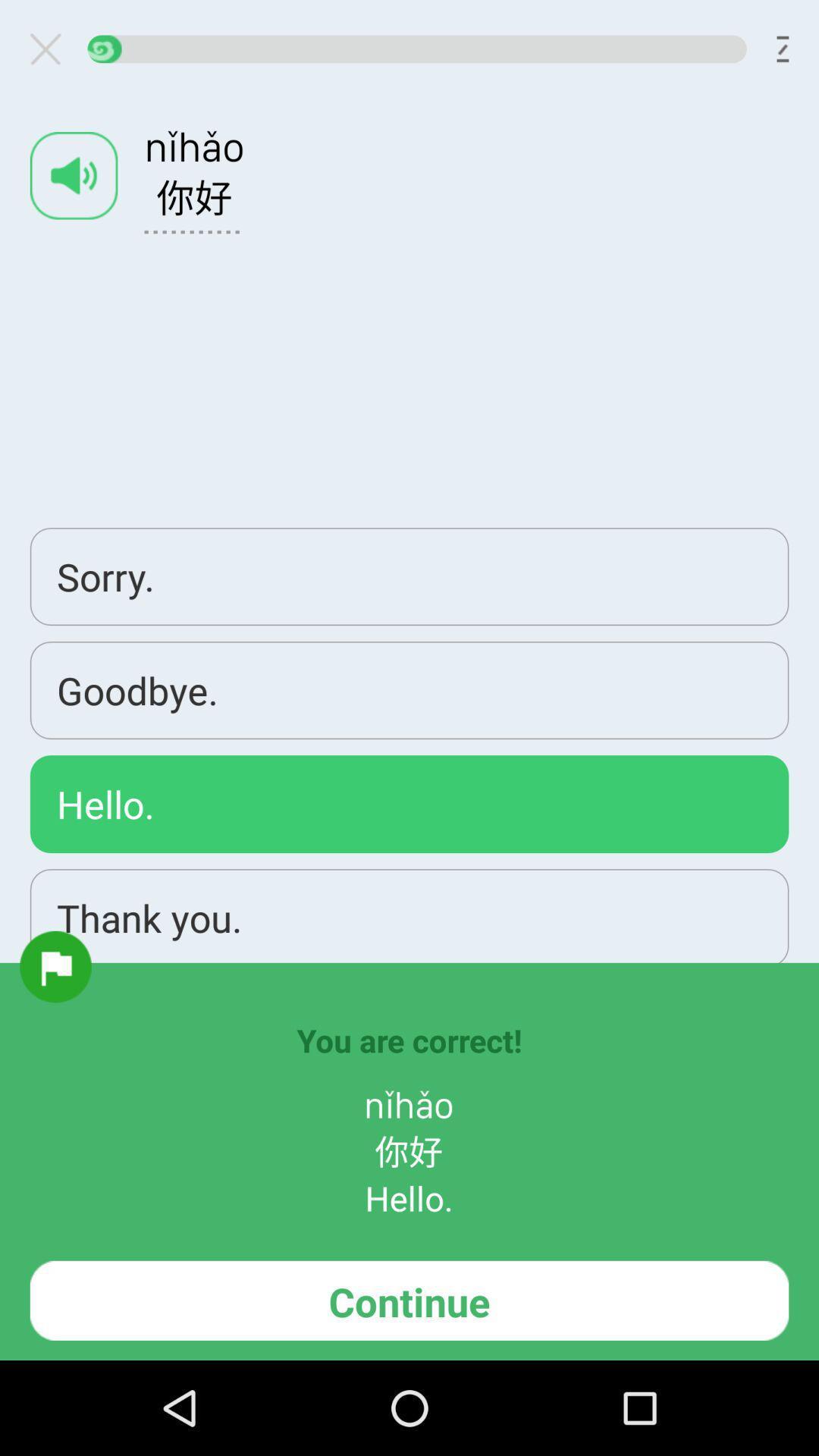 Image resolution: width=819 pixels, height=1456 pixels. Describe the element at coordinates (74, 187) in the screenshot. I see `the volume icon` at that location.